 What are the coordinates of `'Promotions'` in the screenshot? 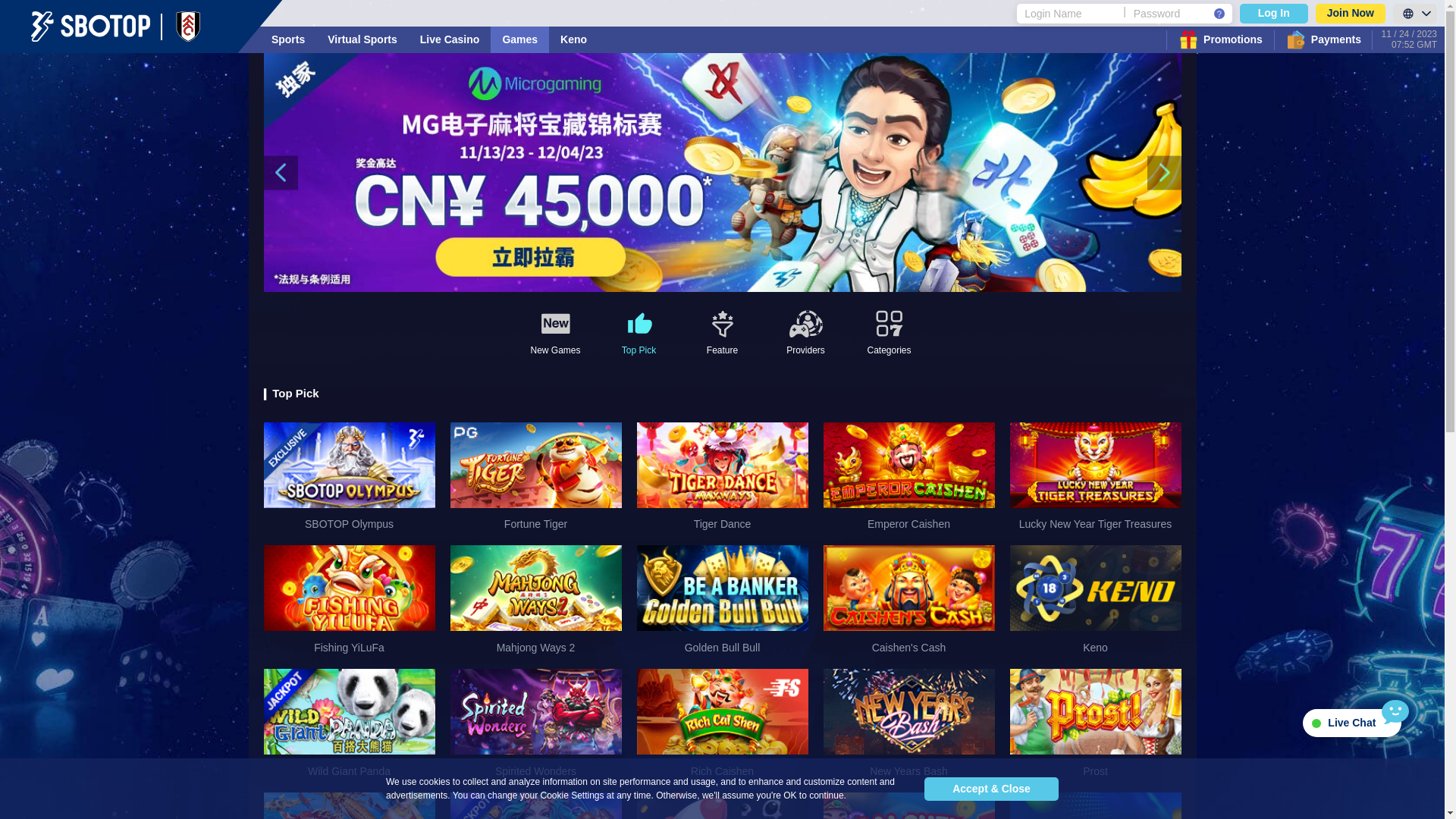 It's located at (1219, 39).